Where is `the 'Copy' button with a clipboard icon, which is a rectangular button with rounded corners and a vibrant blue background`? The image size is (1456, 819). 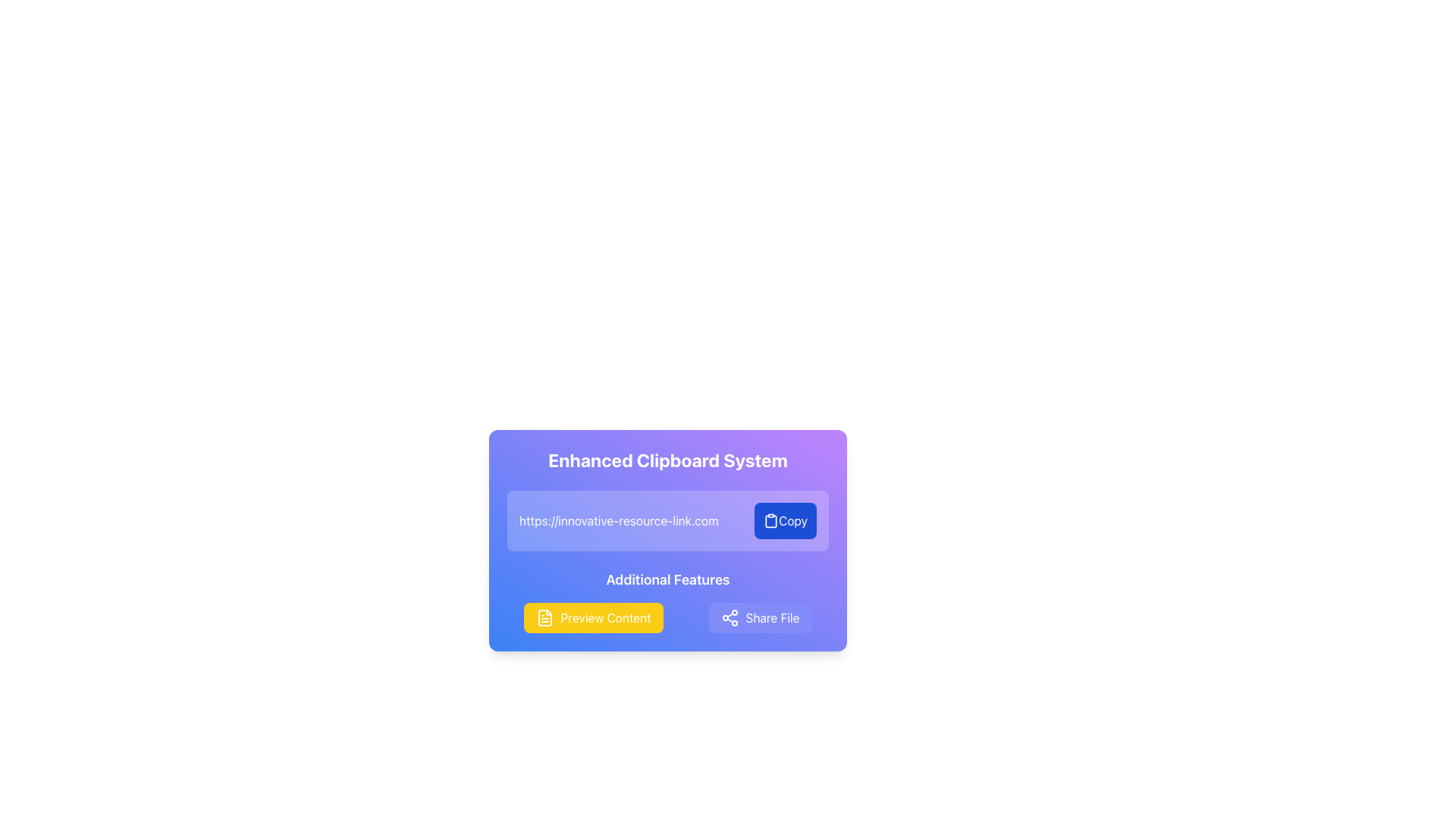 the 'Copy' button with a clipboard icon, which is a rectangular button with rounded corners and a vibrant blue background is located at coordinates (786, 519).